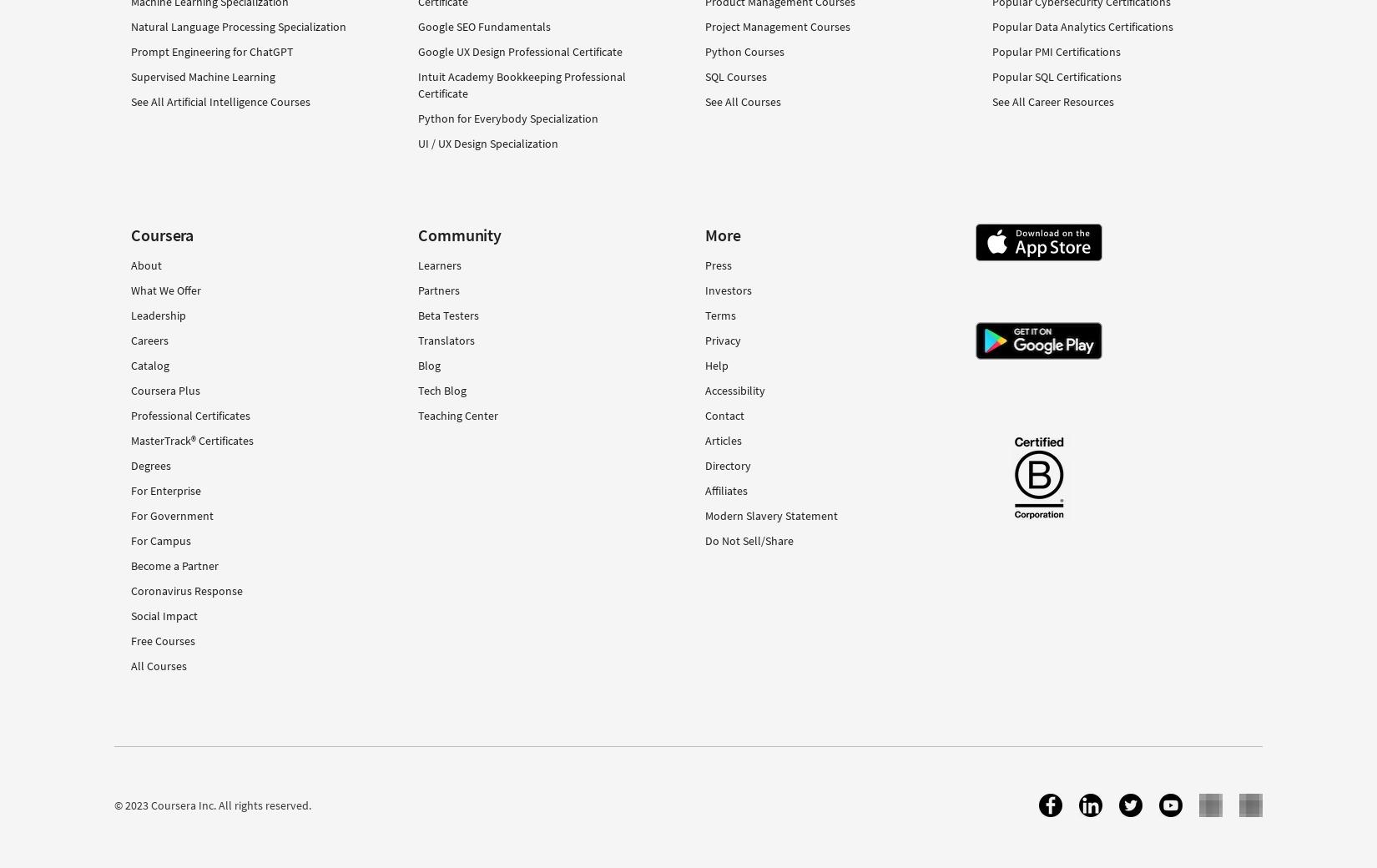 This screenshot has height=868, width=1377. I want to click on 'Tech Blog', so click(441, 389).